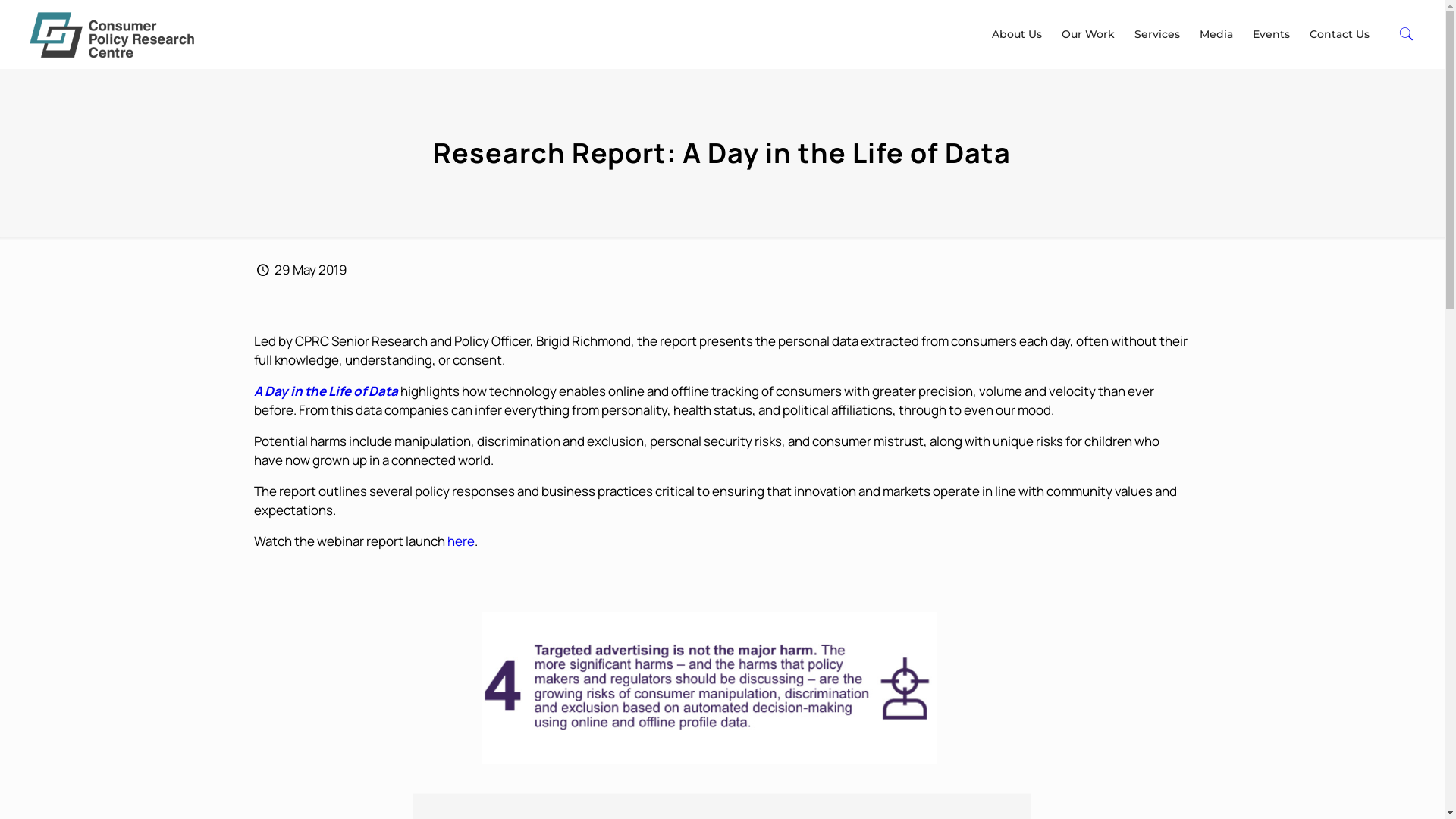 This screenshot has height=819, width=1456. I want to click on 'Services', so click(1156, 34).